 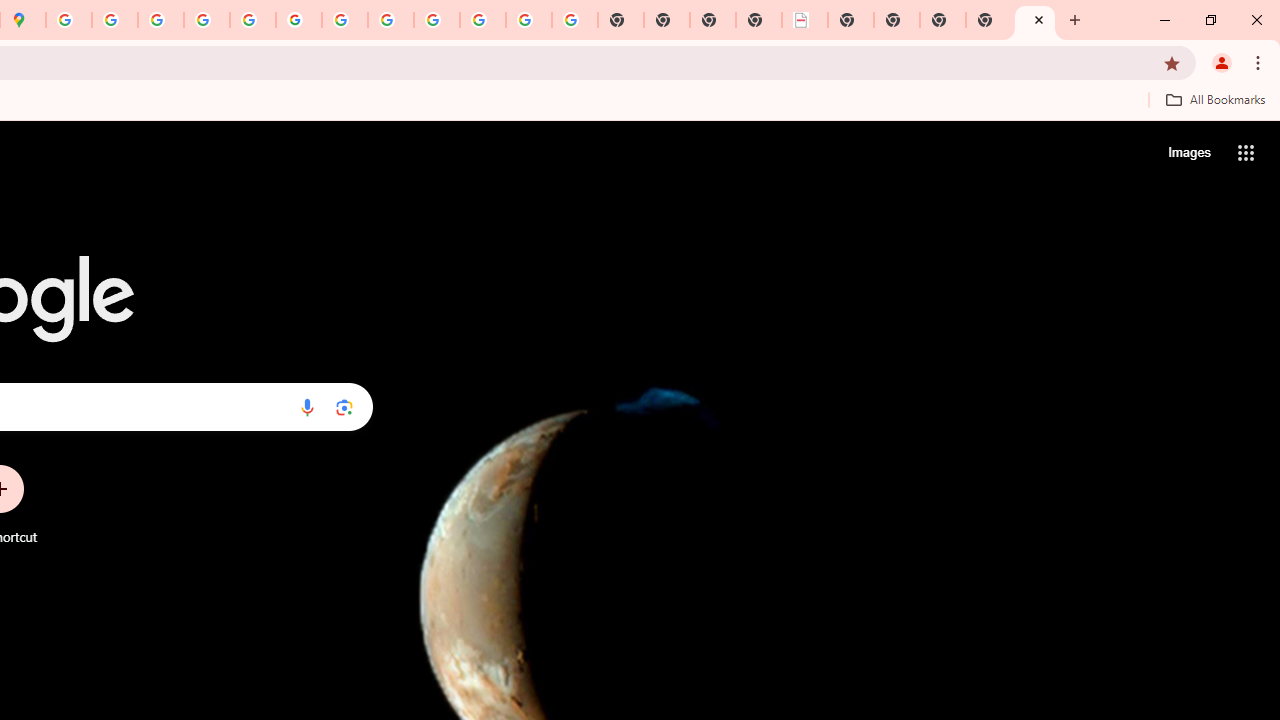 I want to click on 'All Bookmarks', so click(x=1214, y=99).